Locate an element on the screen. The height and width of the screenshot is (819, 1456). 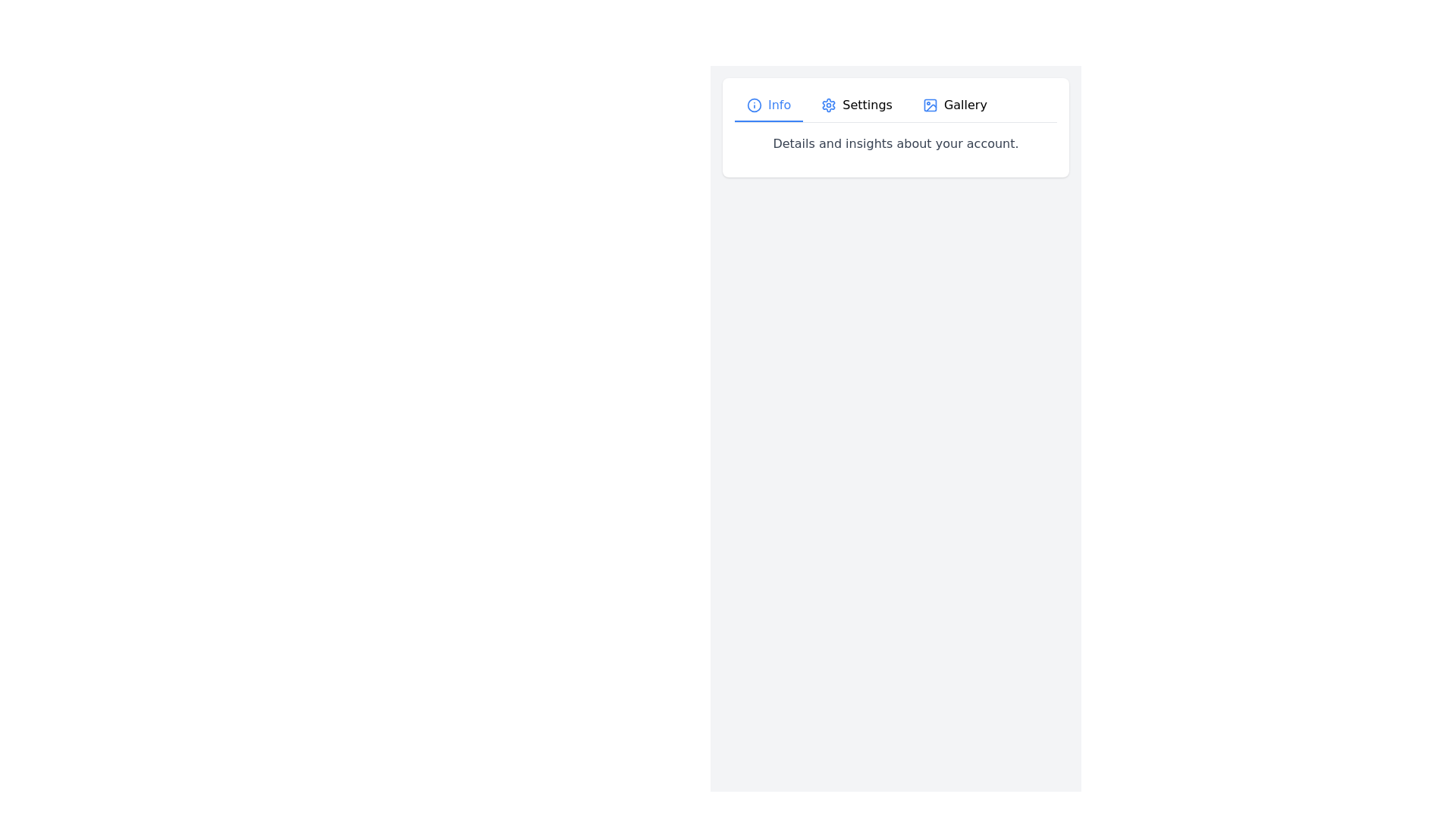
the outer circular part of the 'Information' icon located at the top-left corner of the content box is located at coordinates (754, 104).